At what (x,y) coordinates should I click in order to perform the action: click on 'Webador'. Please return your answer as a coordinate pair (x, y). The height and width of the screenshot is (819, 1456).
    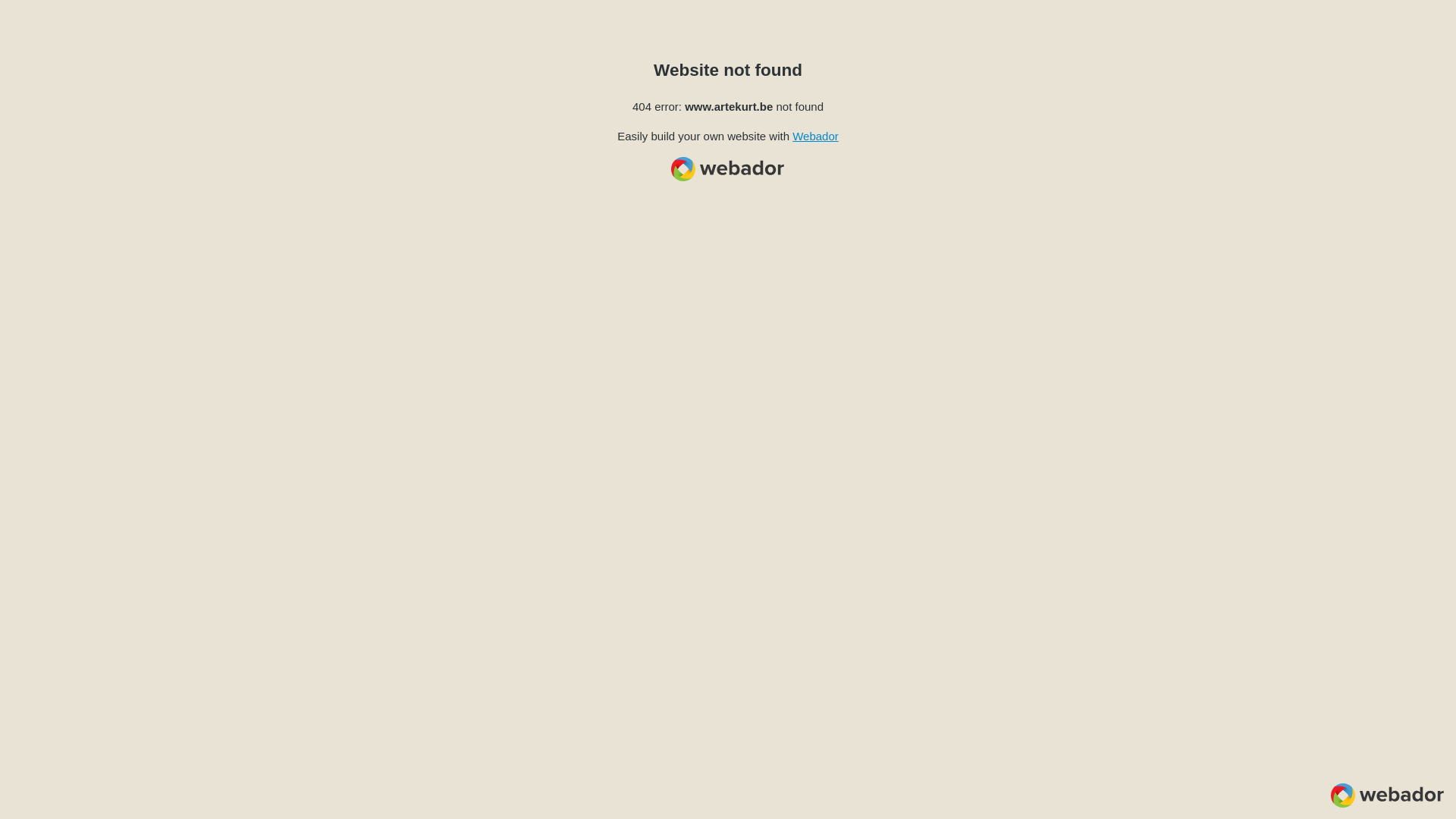
    Looking at the image, I should click on (814, 135).